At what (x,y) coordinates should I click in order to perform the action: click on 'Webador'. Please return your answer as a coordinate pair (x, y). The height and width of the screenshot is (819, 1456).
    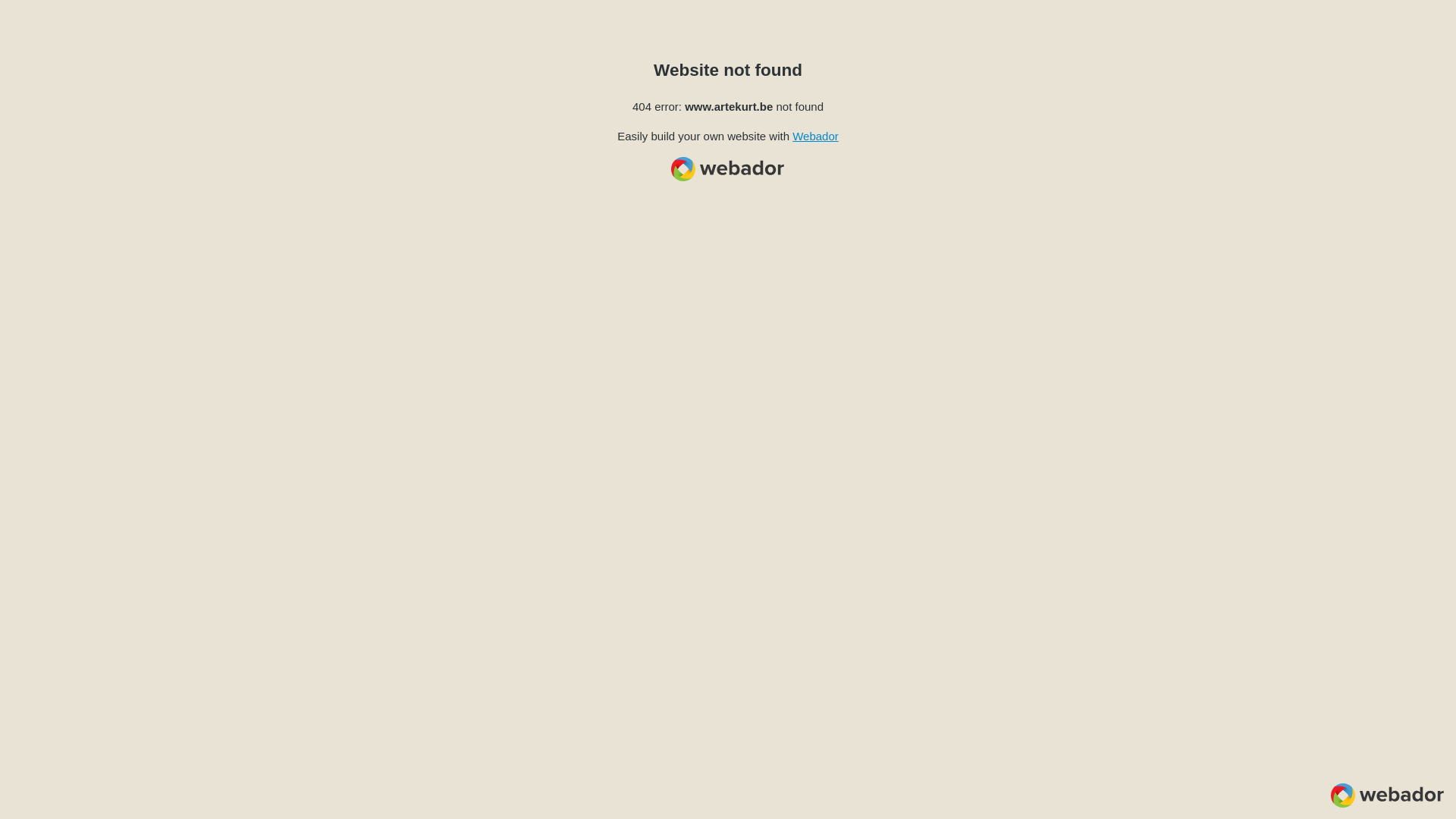
    Looking at the image, I should click on (814, 135).